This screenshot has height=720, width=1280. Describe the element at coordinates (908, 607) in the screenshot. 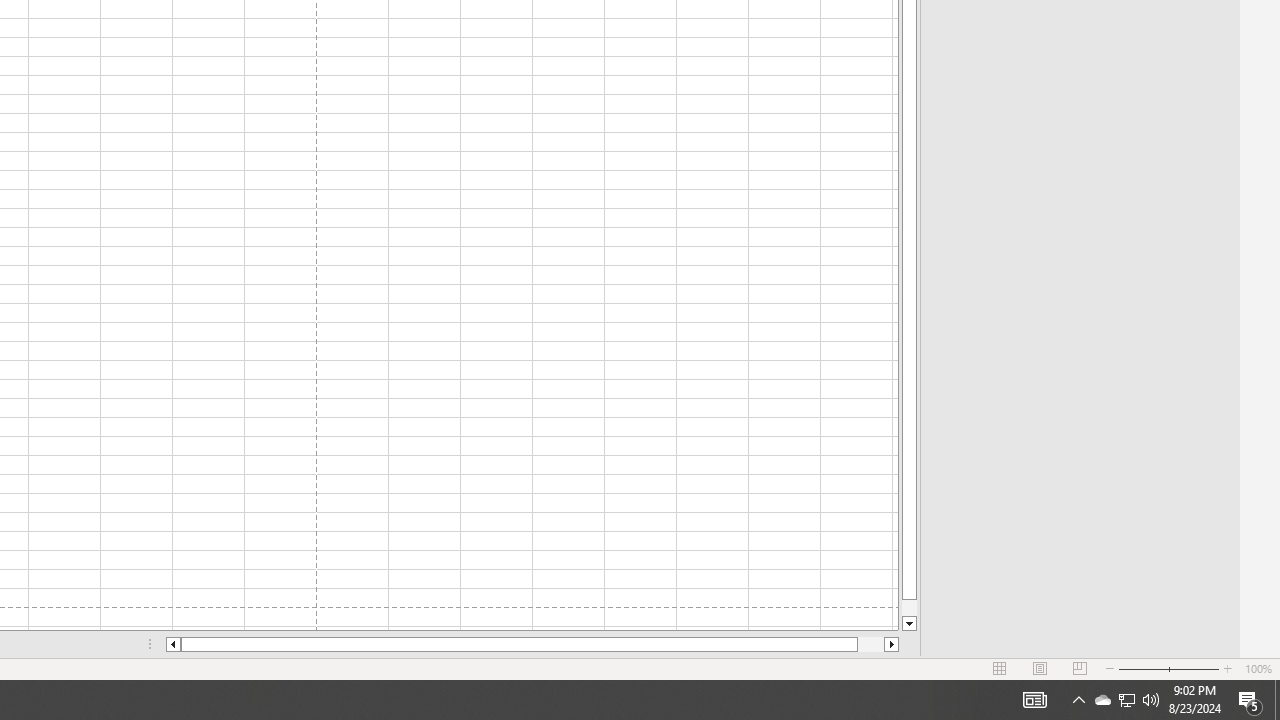

I see `'Page down'` at that location.